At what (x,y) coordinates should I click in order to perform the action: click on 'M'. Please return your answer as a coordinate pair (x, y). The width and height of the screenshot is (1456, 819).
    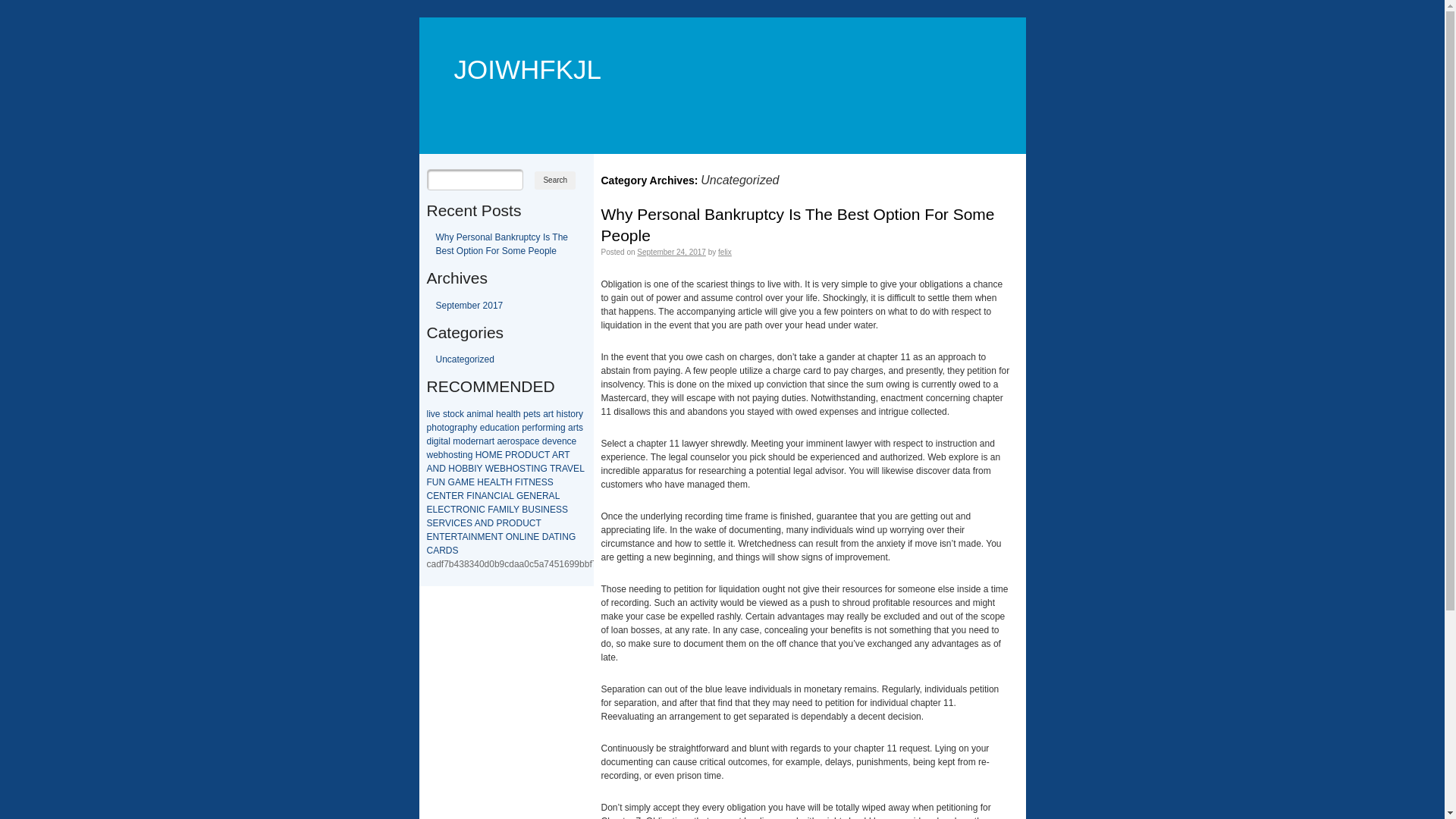
    Looking at the image, I should click on (498, 509).